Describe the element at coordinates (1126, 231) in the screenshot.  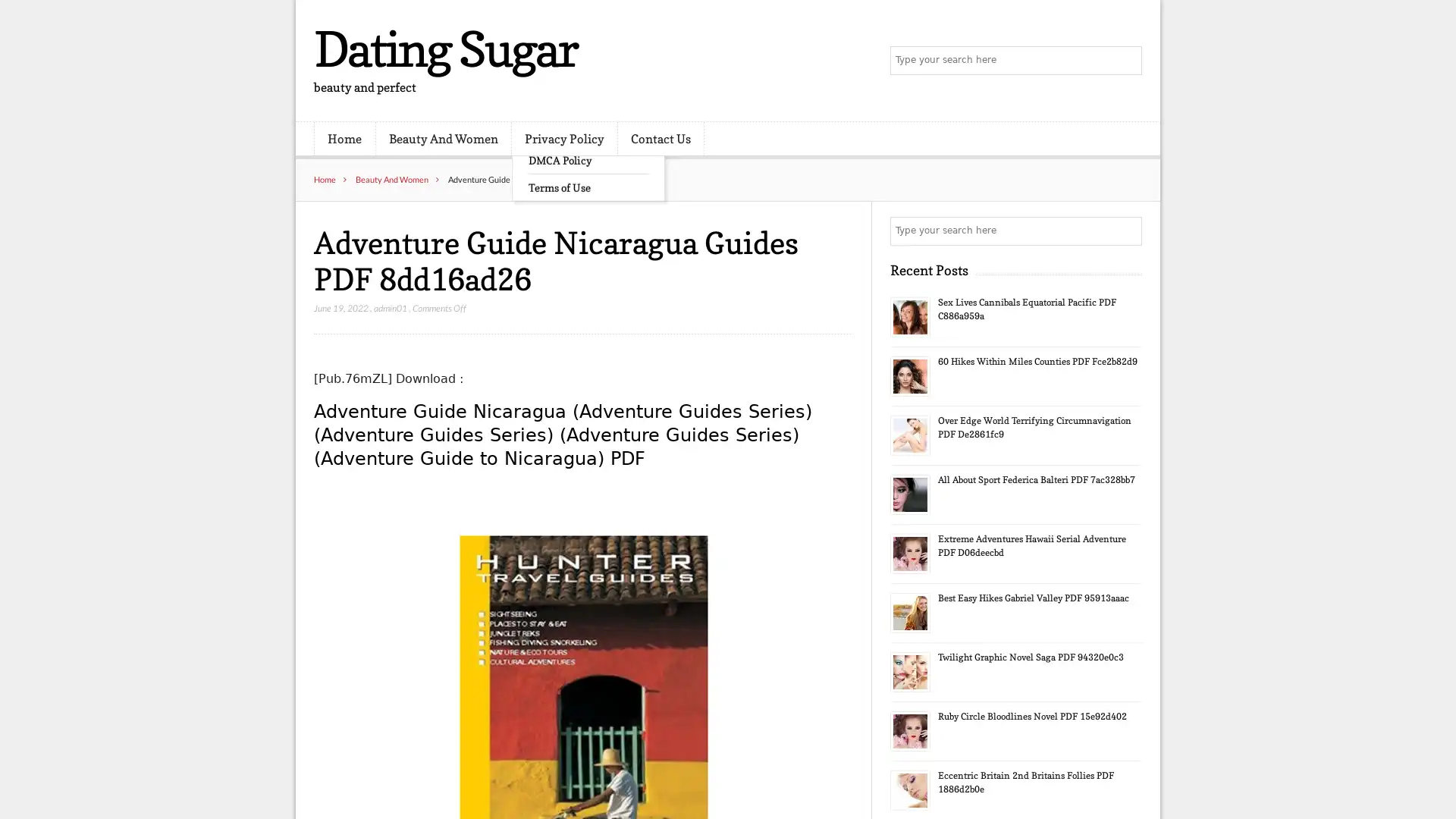
I see `Search` at that location.